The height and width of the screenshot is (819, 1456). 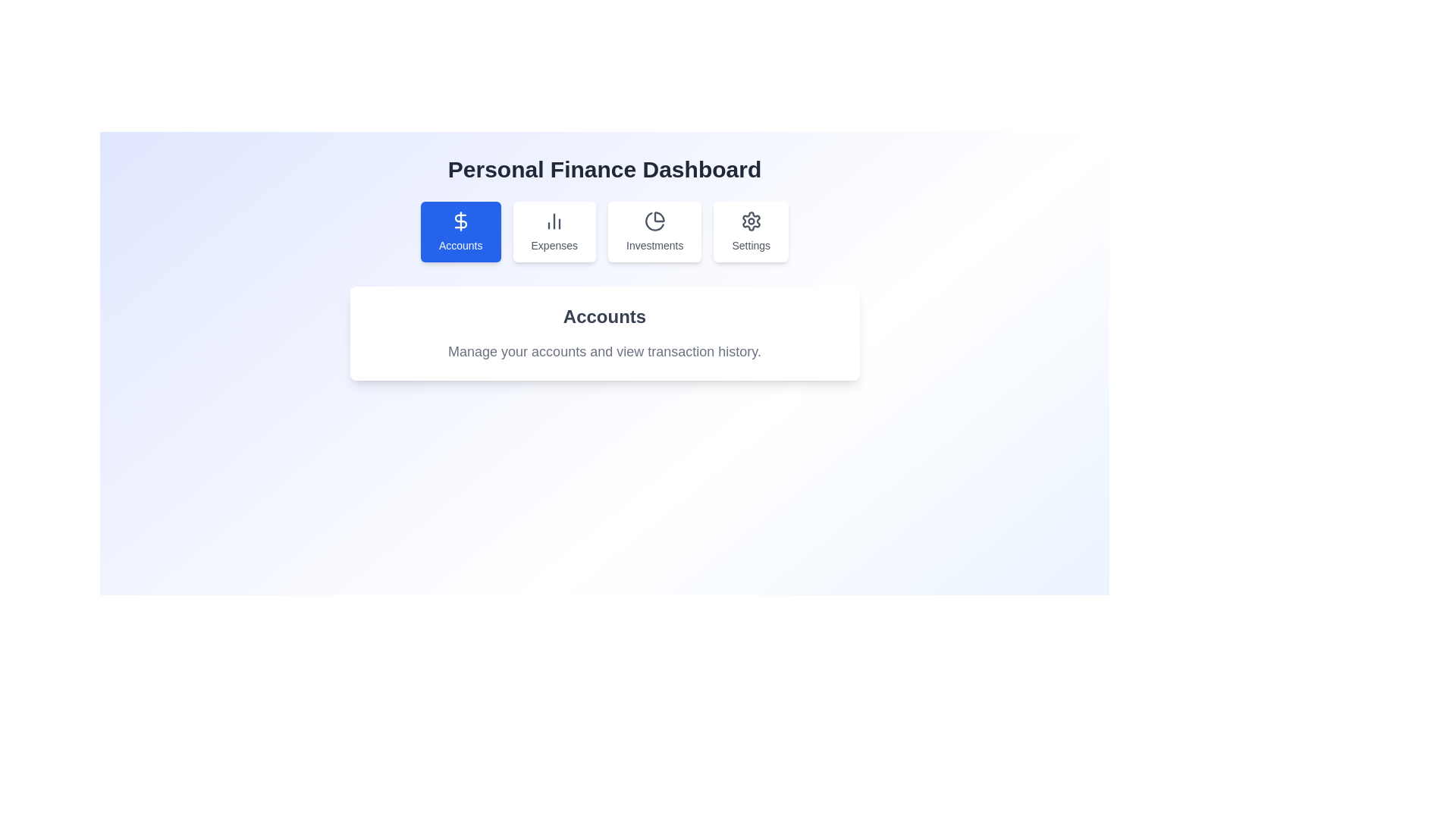 What do you see at coordinates (654, 221) in the screenshot?
I see `the 'Investments' icon, which is the primary icon within the 'Investments' button located in the navigation bar, third from the left` at bounding box center [654, 221].